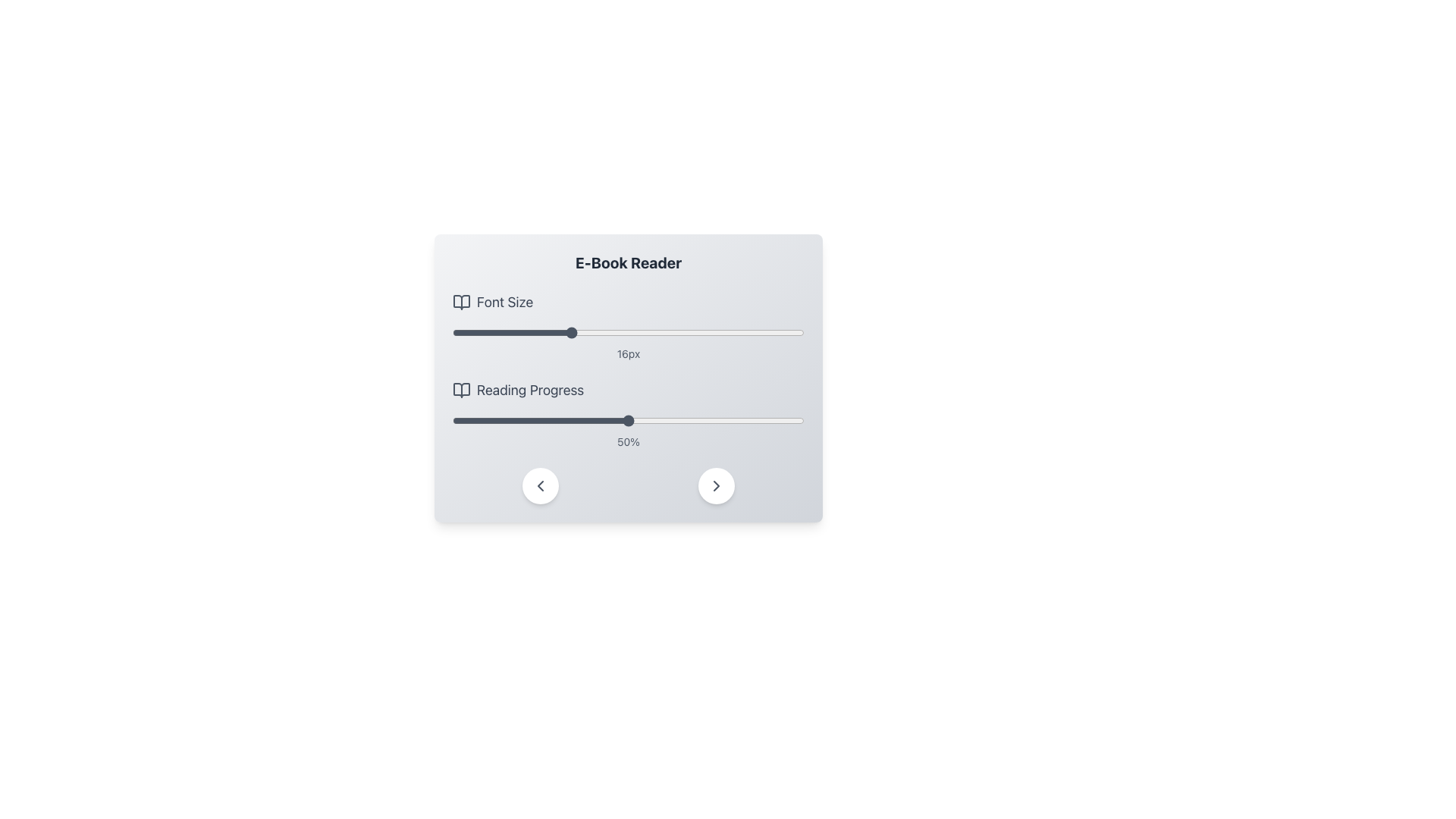 The width and height of the screenshot is (1456, 819). Describe the element at coordinates (793, 421) in the screenshot. I see `the reading progress` at that location.